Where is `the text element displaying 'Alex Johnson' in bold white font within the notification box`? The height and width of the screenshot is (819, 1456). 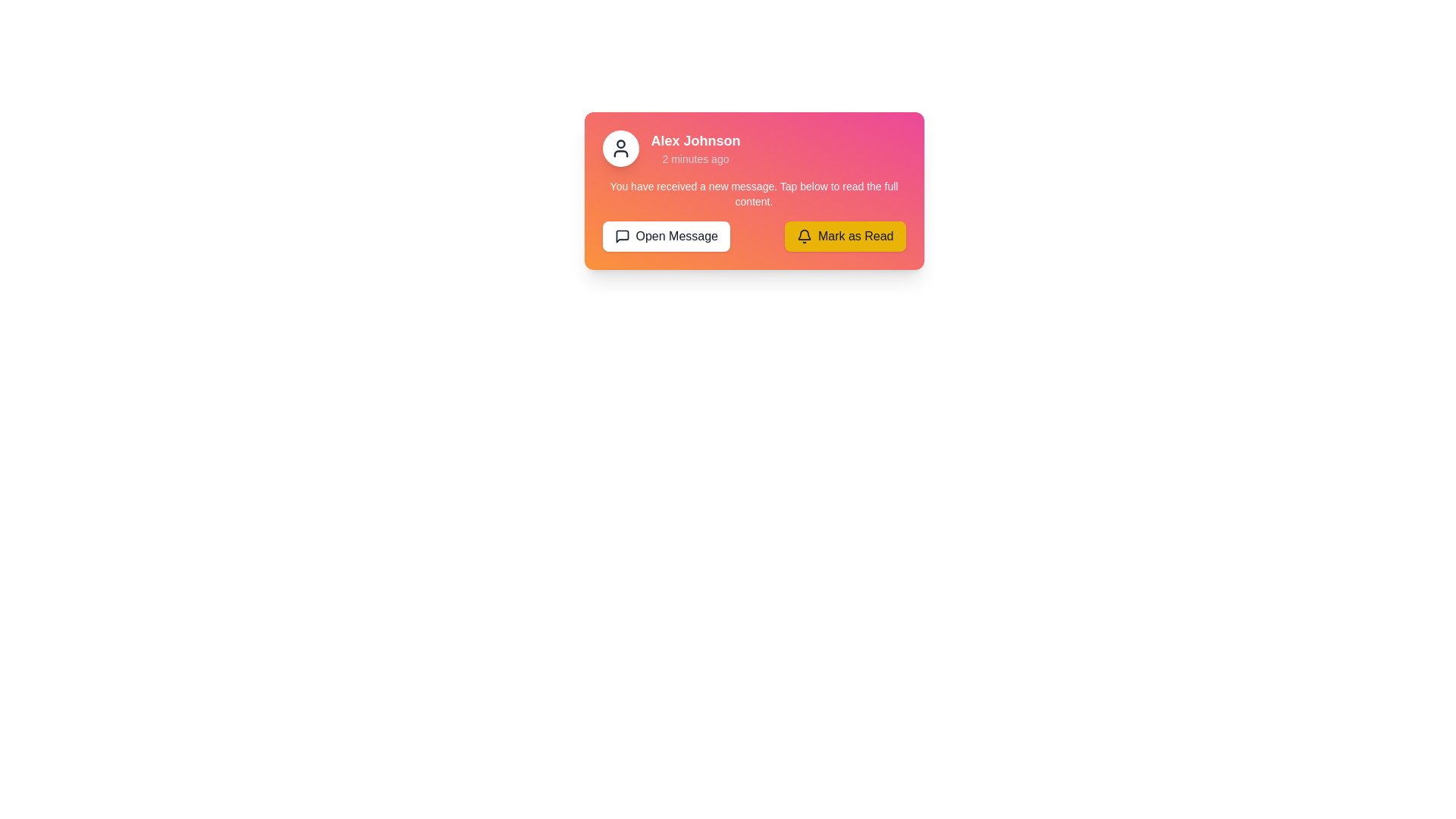
the text element displaying 'Alex Johnson' in bold white font within the notification box is located at coordinates (695, 140).